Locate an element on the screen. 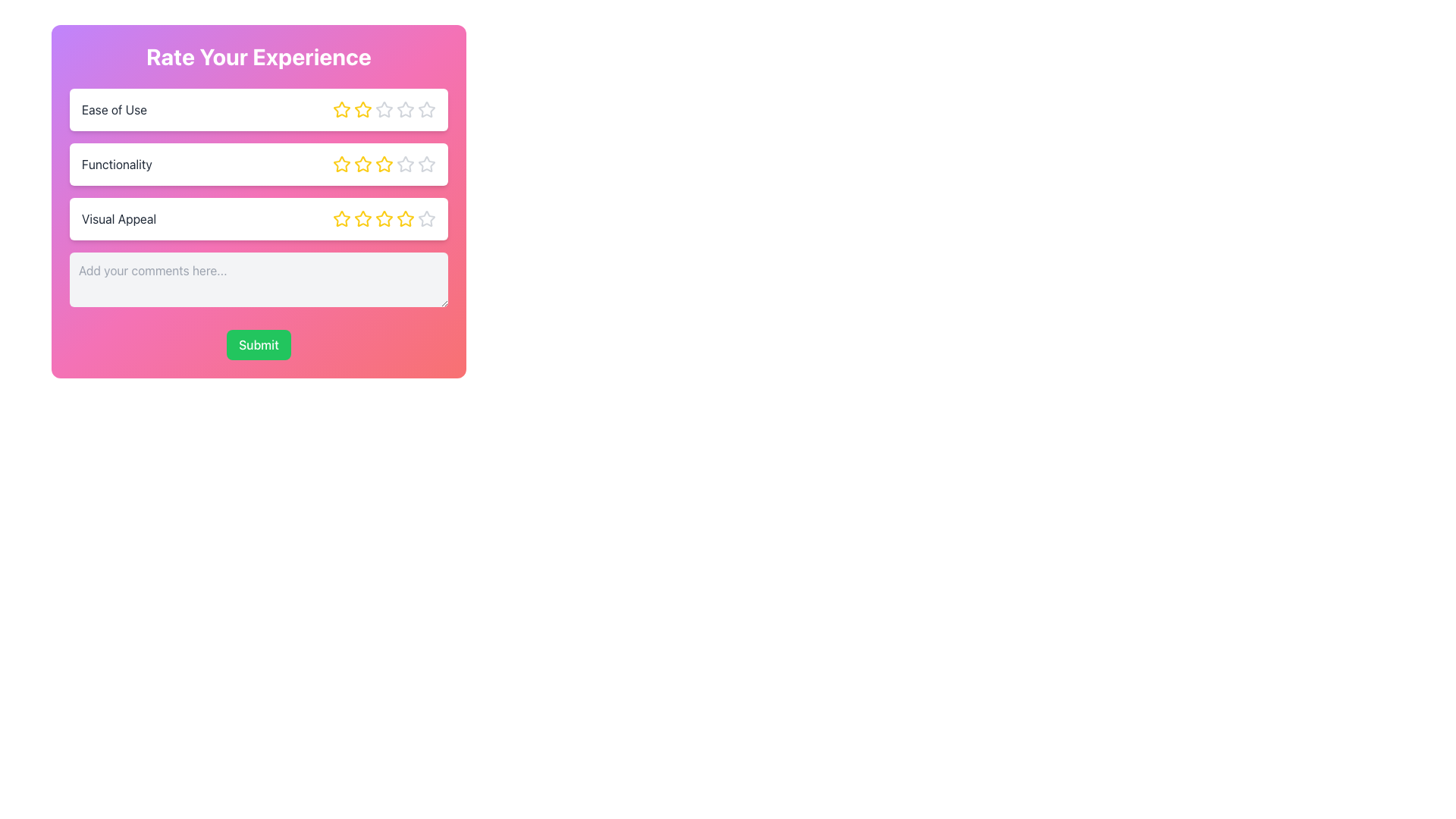 This screenshot has height=819, width=1456. the fifth star-shaped Rating Star Icon in the Functionality rating widget to give the maximum rating is located at coordinates (425, 164).